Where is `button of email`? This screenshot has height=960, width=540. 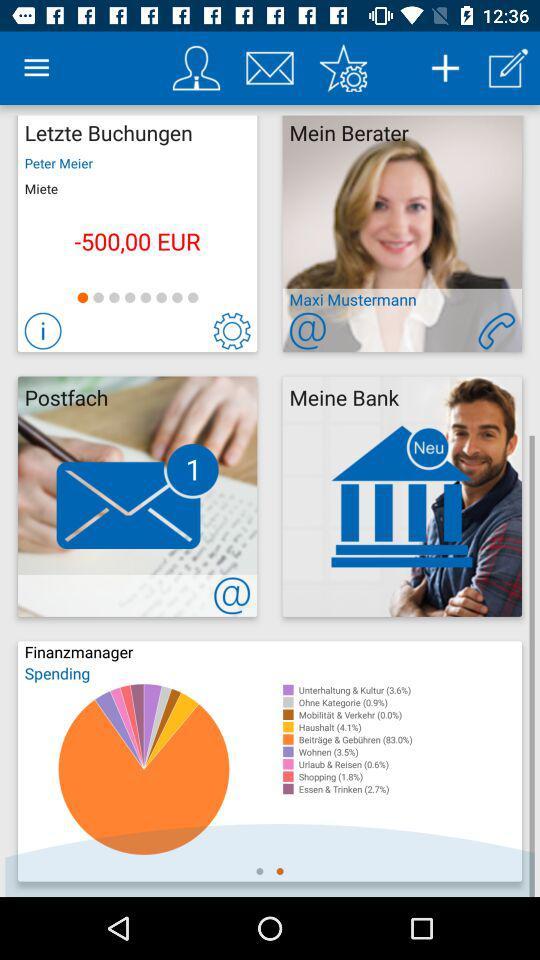 button of email is located at coordinates (307, 331).